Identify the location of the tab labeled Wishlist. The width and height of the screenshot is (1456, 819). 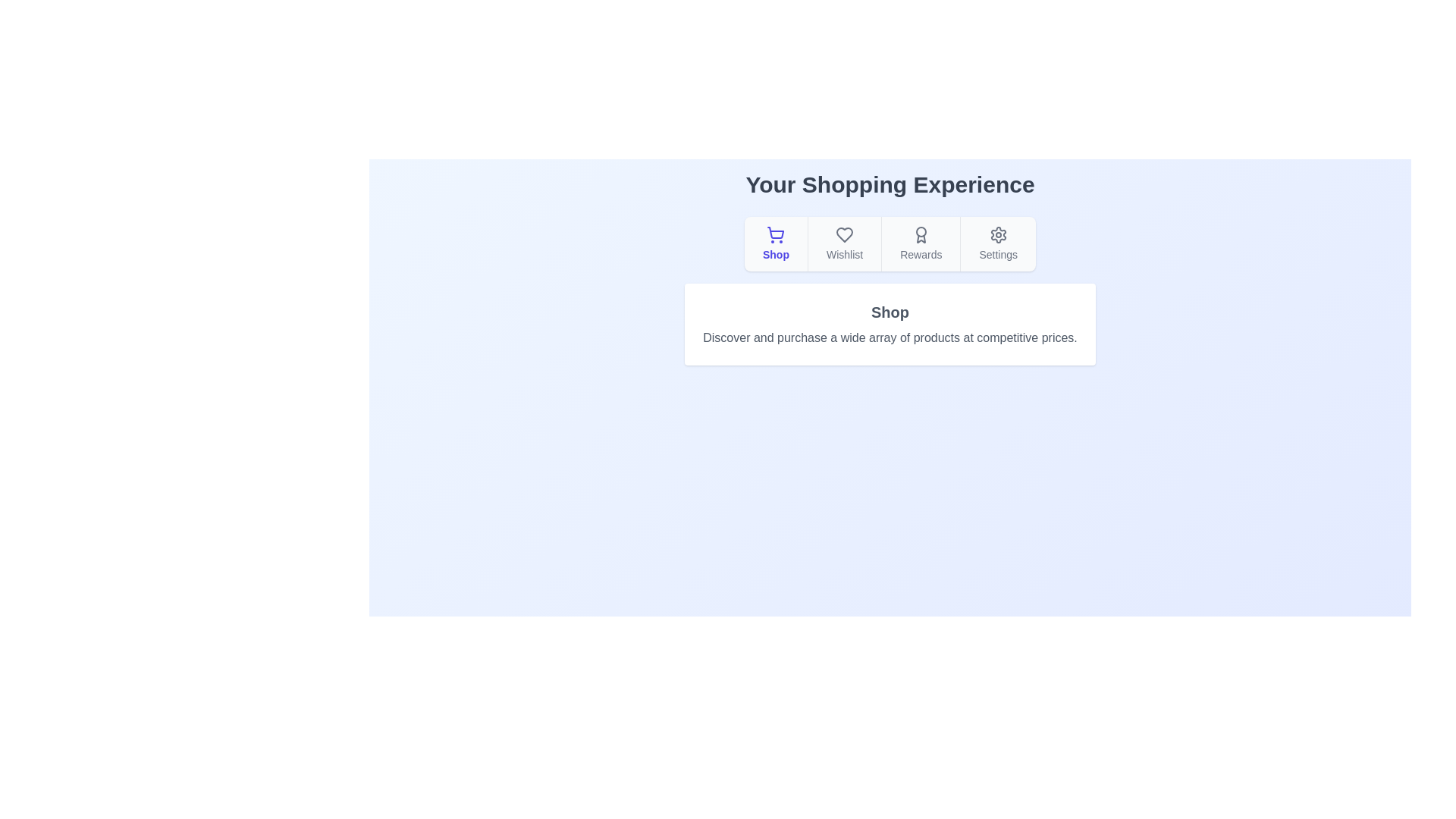
(843, 243).